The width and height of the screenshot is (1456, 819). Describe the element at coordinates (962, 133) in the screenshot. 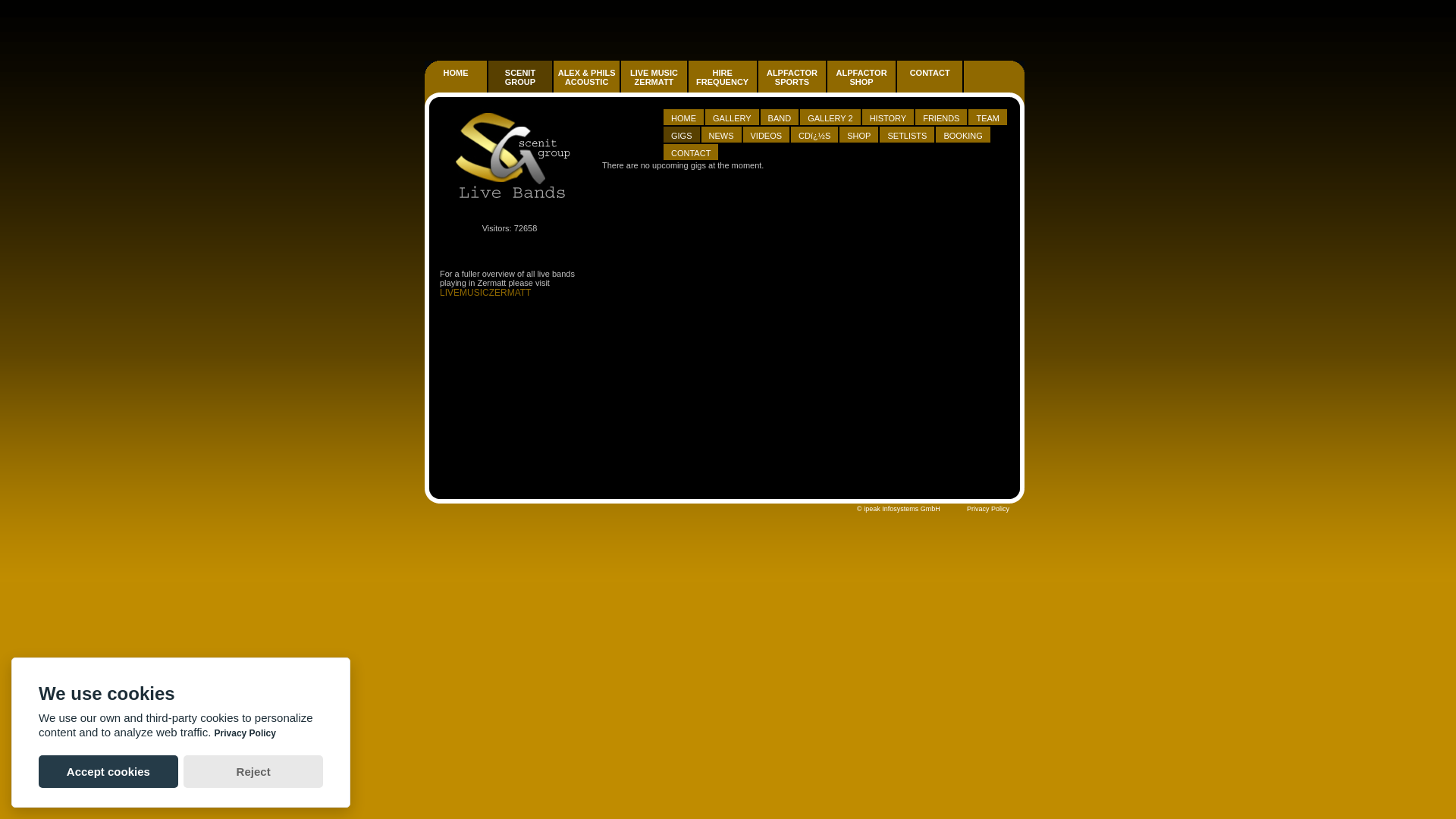

I see `'BOOKING'` at that location.